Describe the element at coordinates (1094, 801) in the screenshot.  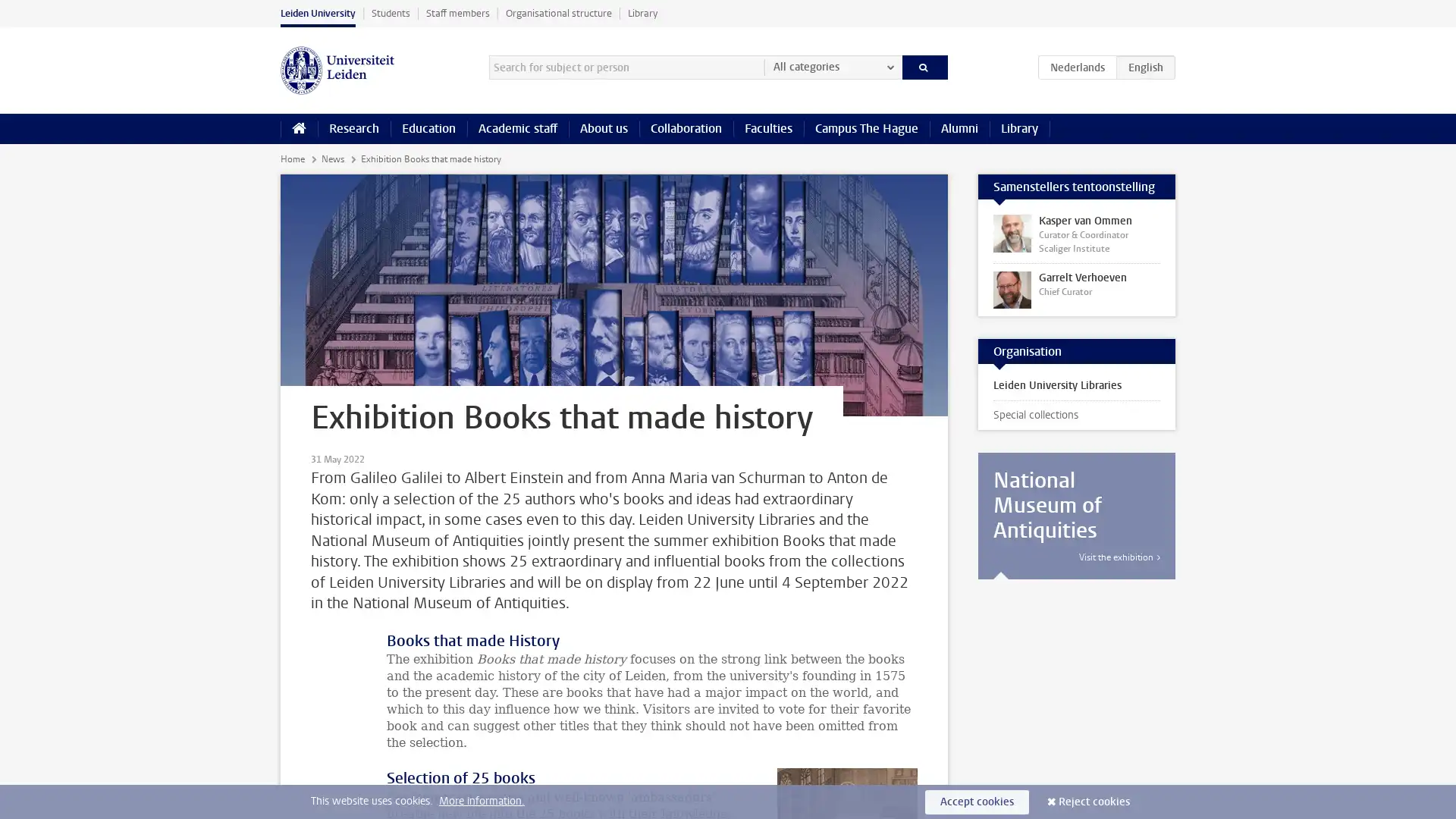
I see `Reject cookies` at that location.